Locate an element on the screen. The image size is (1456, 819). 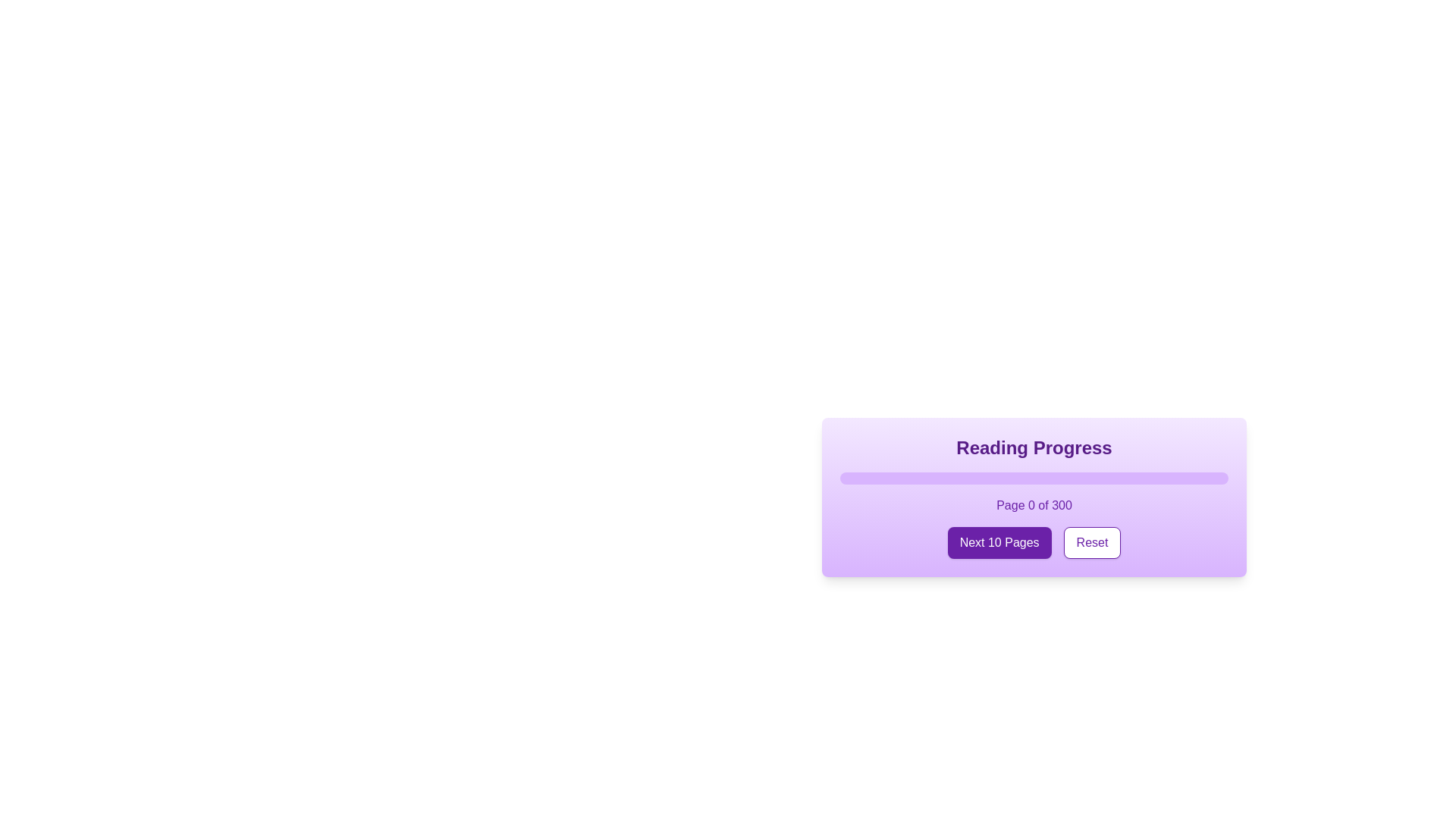
the 'Next 10 Pages' button, which is styled with a dark purple background and located within the 'Reading Progress' section is located at coordinates (1033, 542).